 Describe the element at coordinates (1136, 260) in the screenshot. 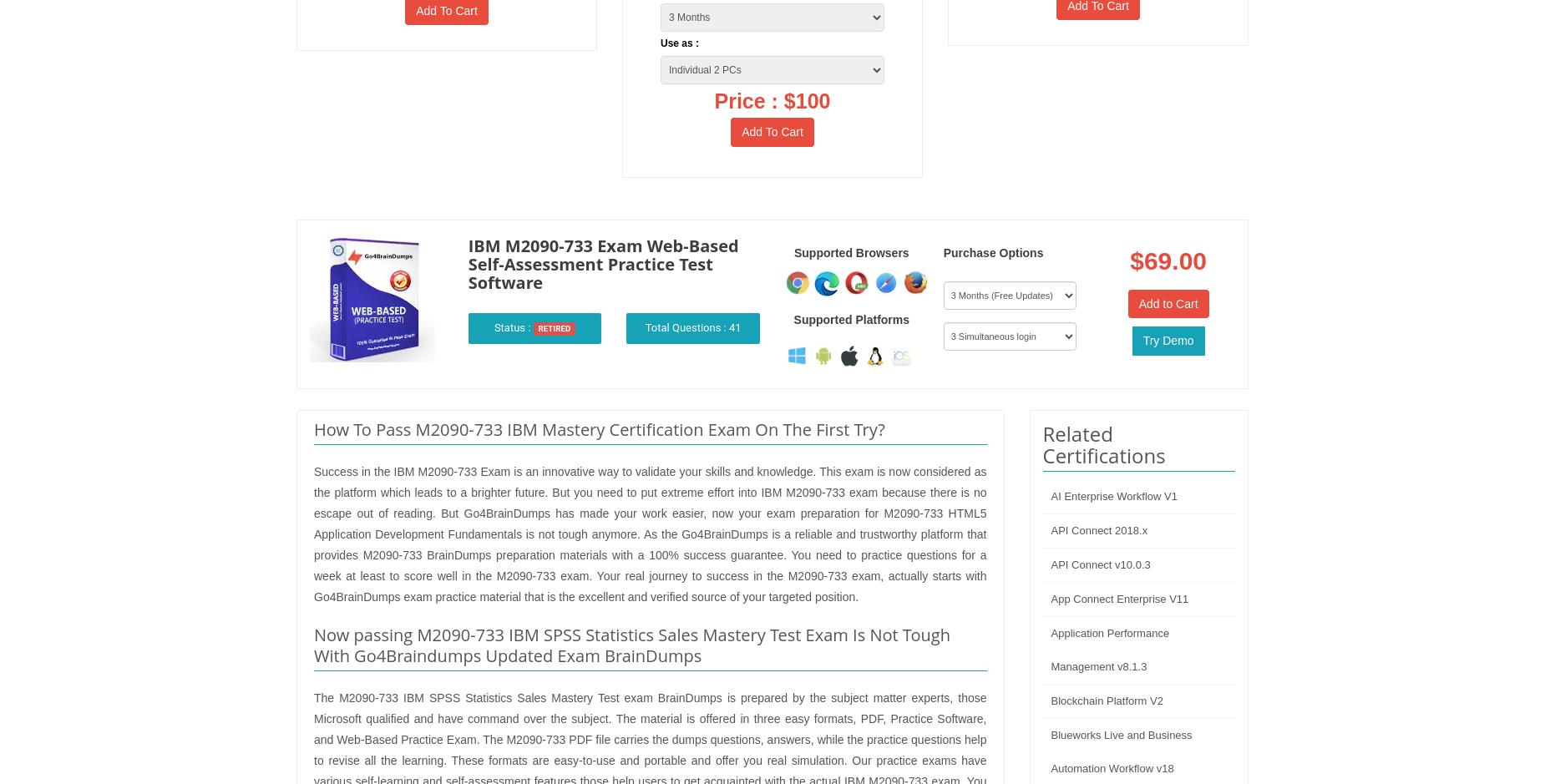

I see `'$'` at that location.